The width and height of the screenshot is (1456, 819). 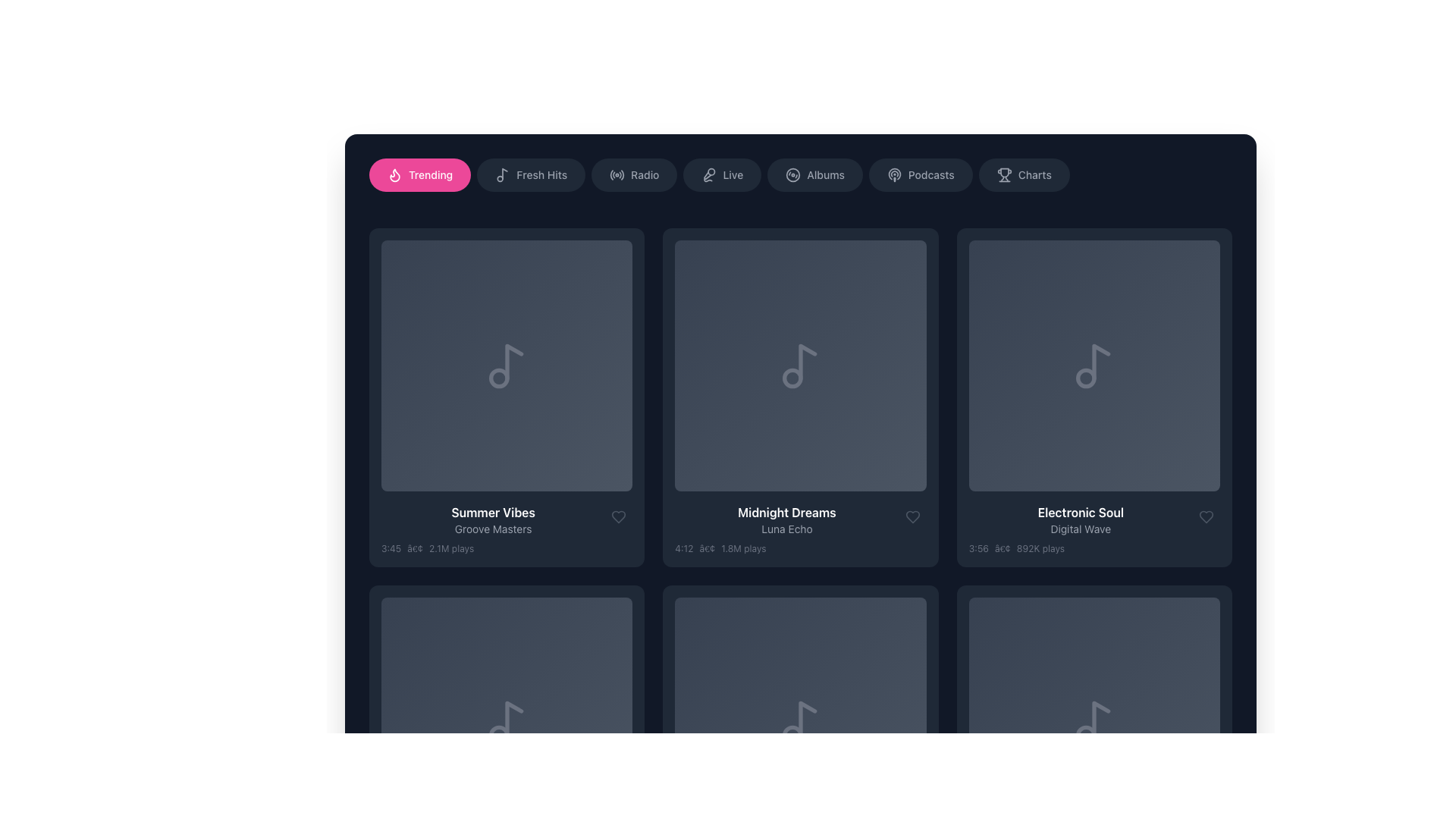 I want to click on the trophy icon located near the top navigation bar, aligned with the text 'Charts', which is styled in a subtle gray tone and features a minimalist design, so click(x=1004, y=174).